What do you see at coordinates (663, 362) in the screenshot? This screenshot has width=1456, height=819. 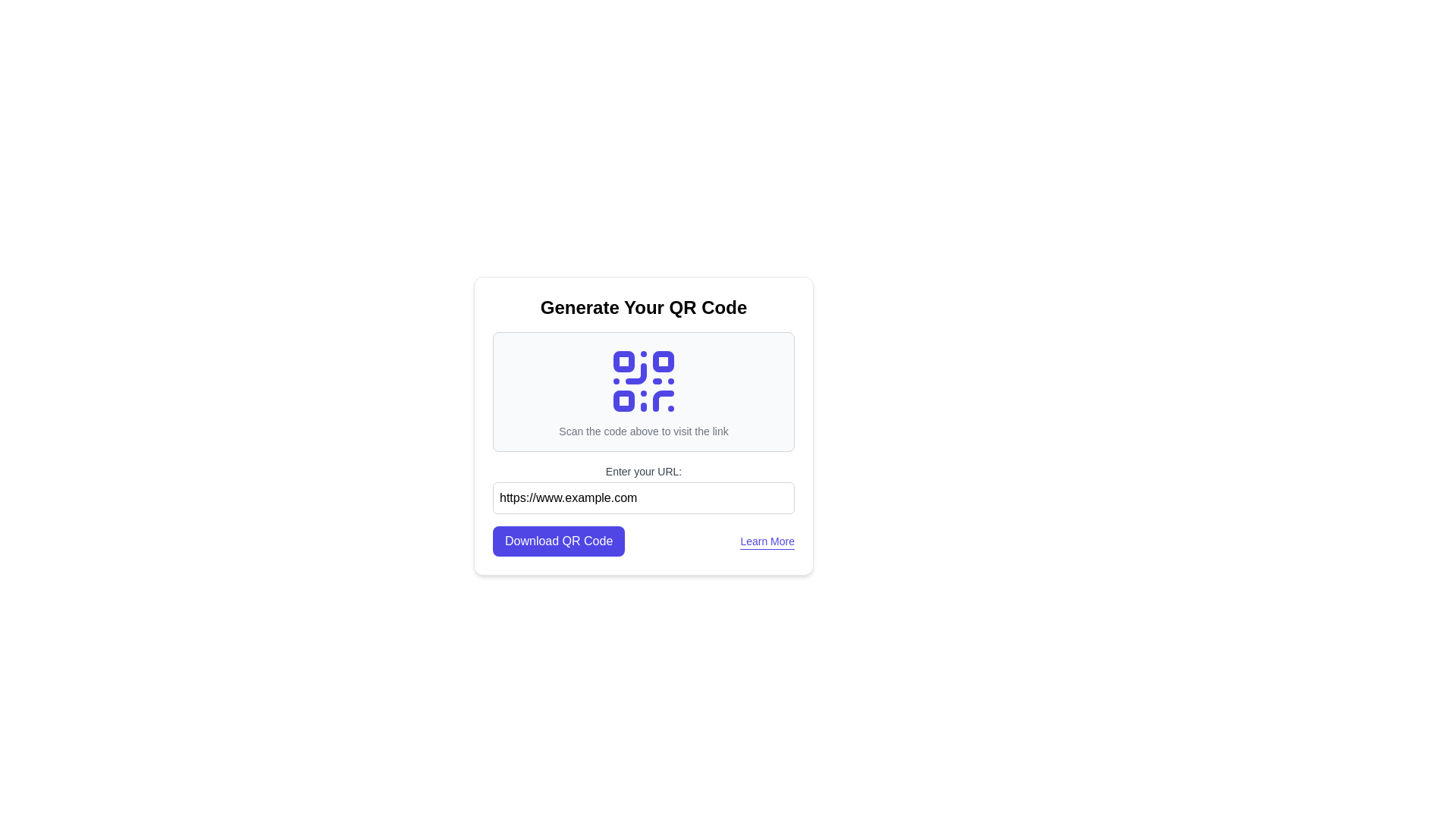 I see `the second square node of the QR code icon, located near the top-right corner of the icon` at bounding box center [663, 362].